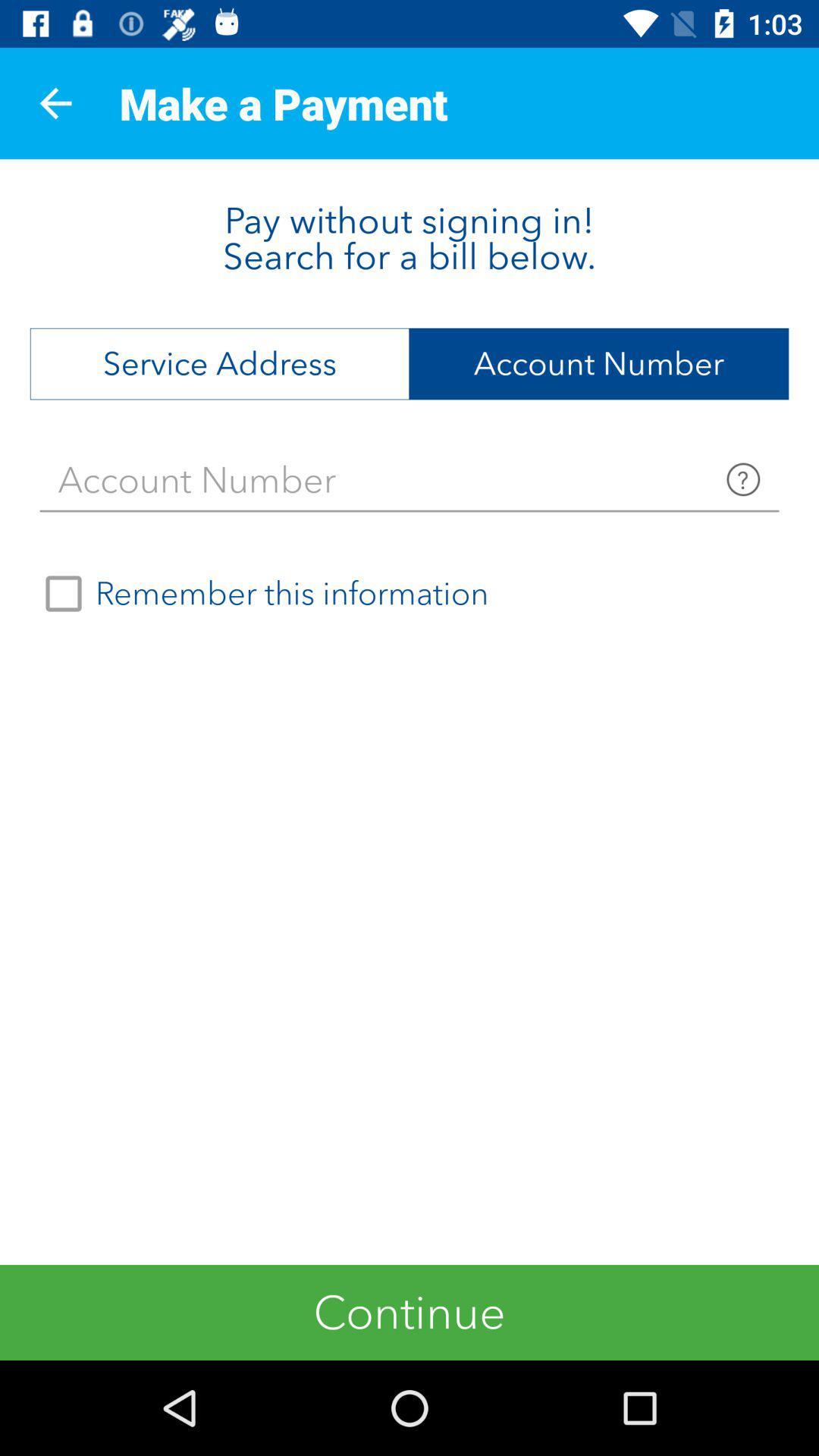  Describe the element at coordinates (219, 364) in the screenshot. I see `service address item` at that location.